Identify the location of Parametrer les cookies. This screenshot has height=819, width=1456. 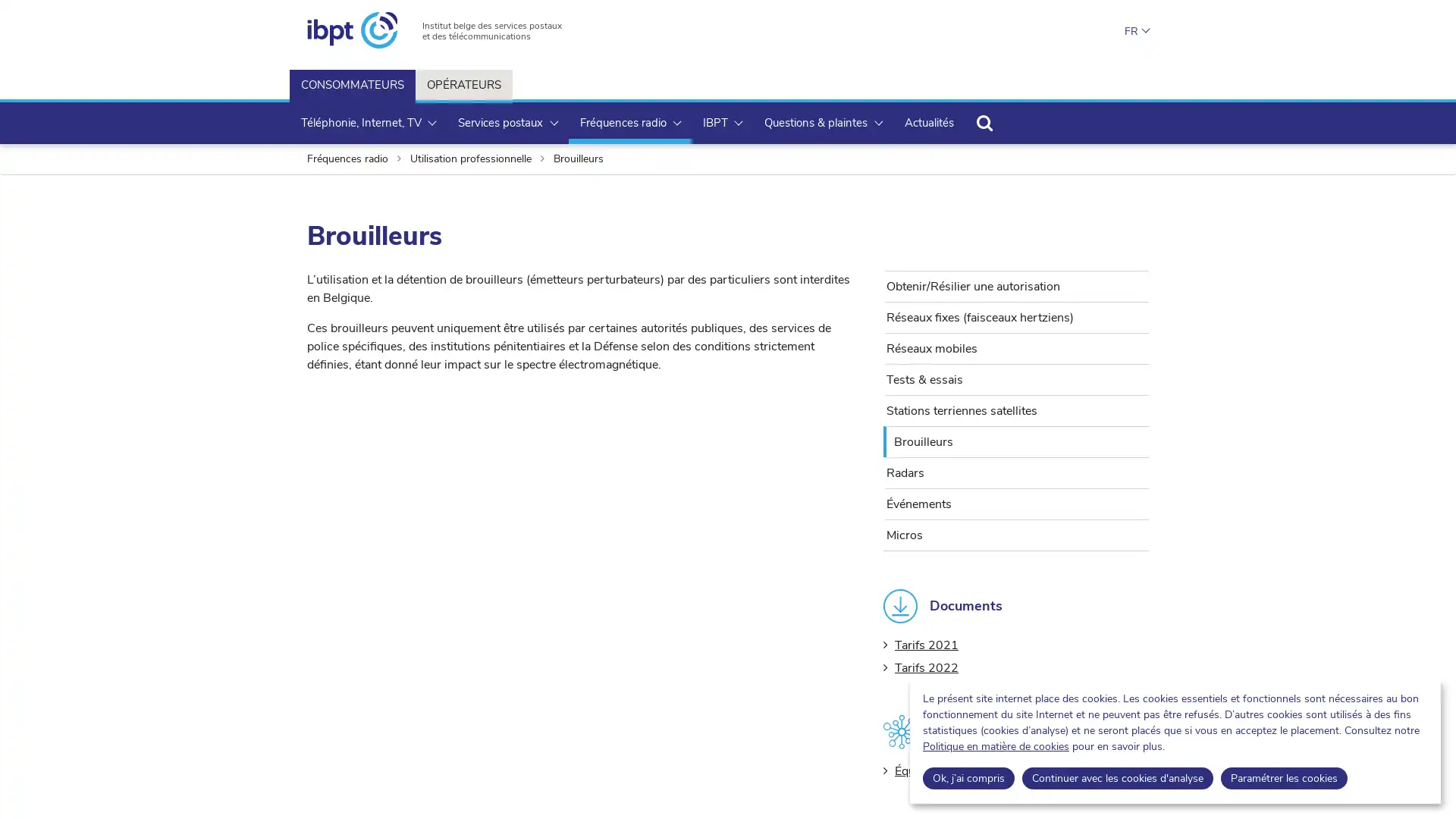
(1282, 778).